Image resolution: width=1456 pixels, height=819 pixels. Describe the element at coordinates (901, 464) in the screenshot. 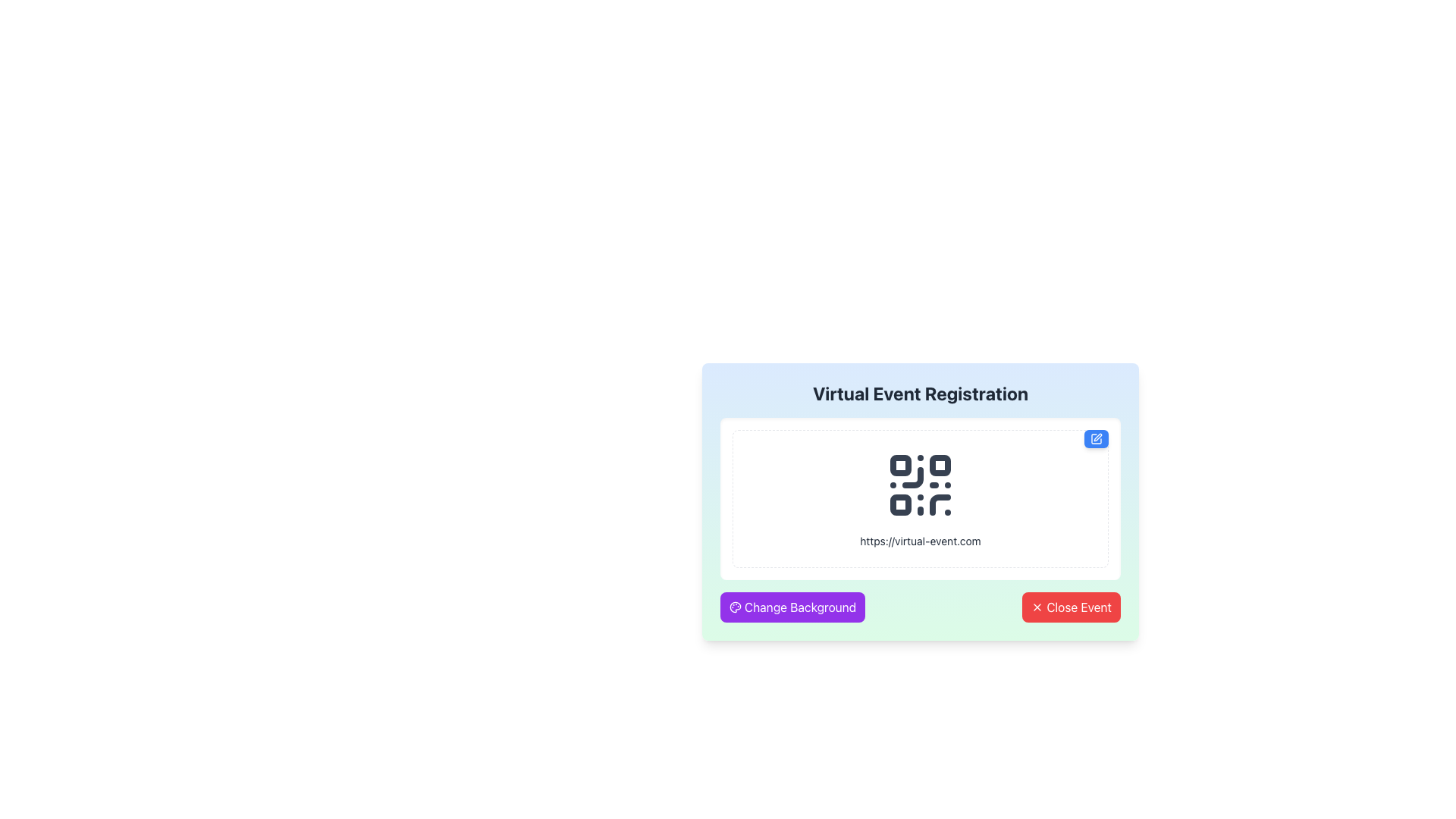

I see `the first square of the QR code component, located at the top-left corner of the visual design within the 'Virtual Event Registration' modal interface` at that location.